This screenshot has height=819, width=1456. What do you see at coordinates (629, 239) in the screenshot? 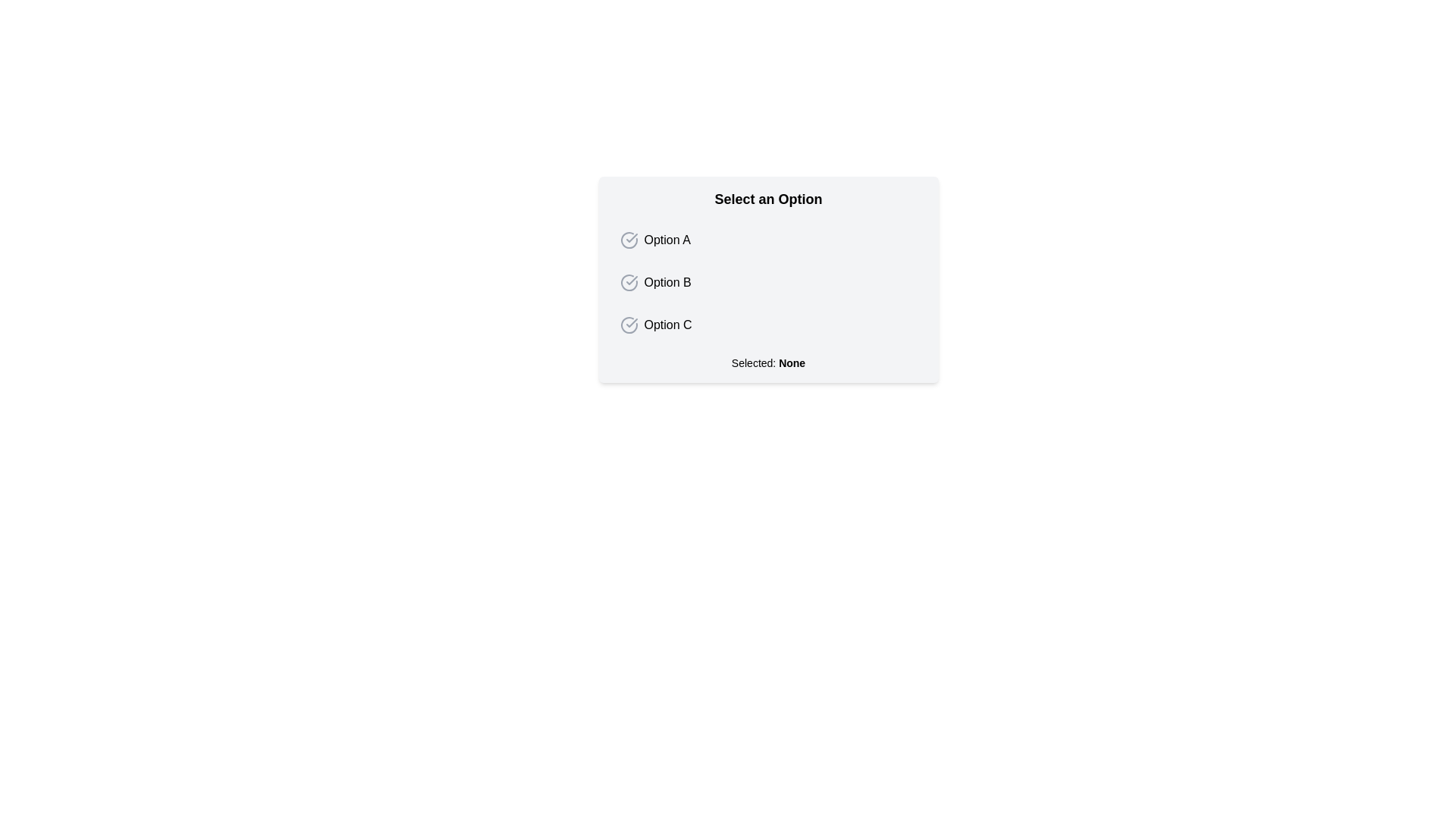
I see `the circular gray icon with a checkmark that indicates the current selection, located to the left of the text 'Option A'` at bounding box center [629, 239].